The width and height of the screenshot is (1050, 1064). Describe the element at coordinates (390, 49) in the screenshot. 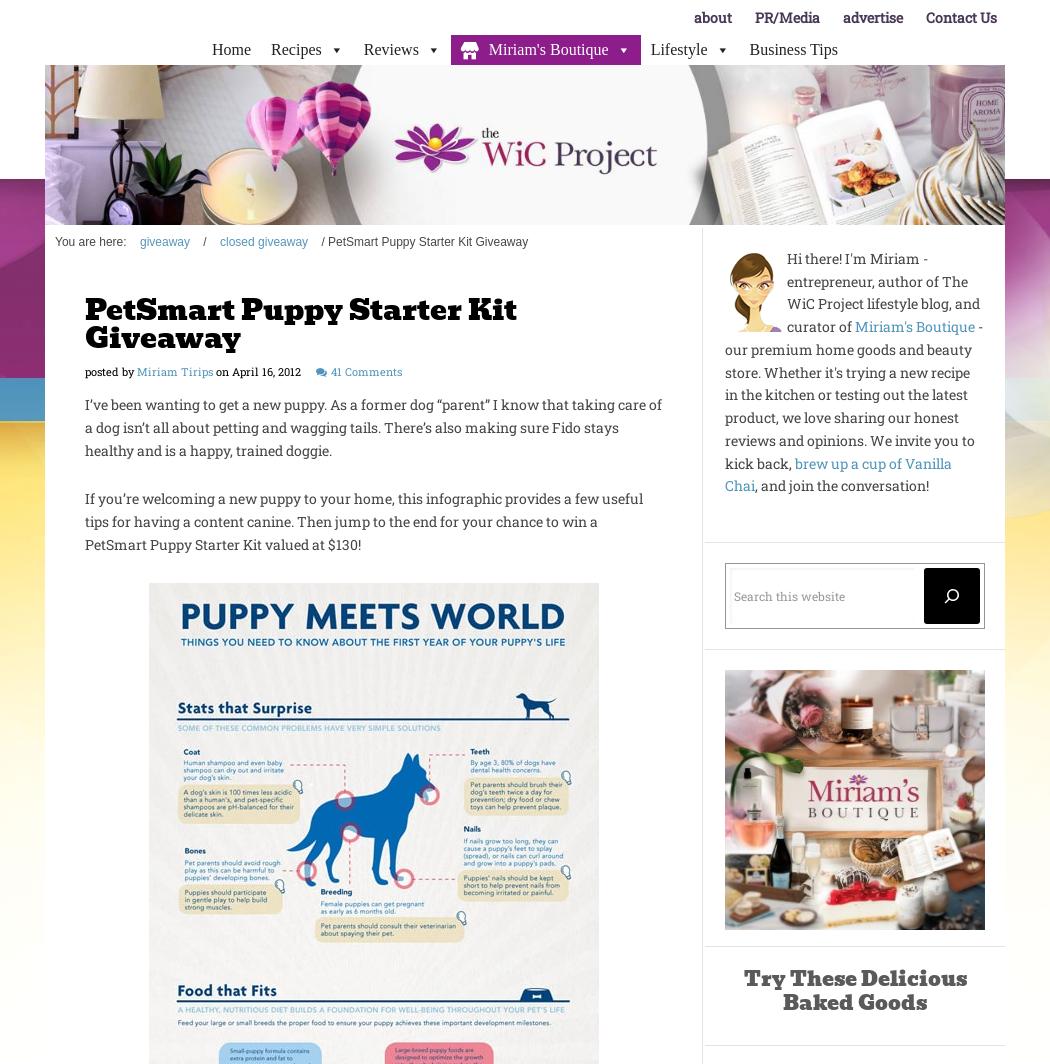

I see `'Reviews'` at that location.